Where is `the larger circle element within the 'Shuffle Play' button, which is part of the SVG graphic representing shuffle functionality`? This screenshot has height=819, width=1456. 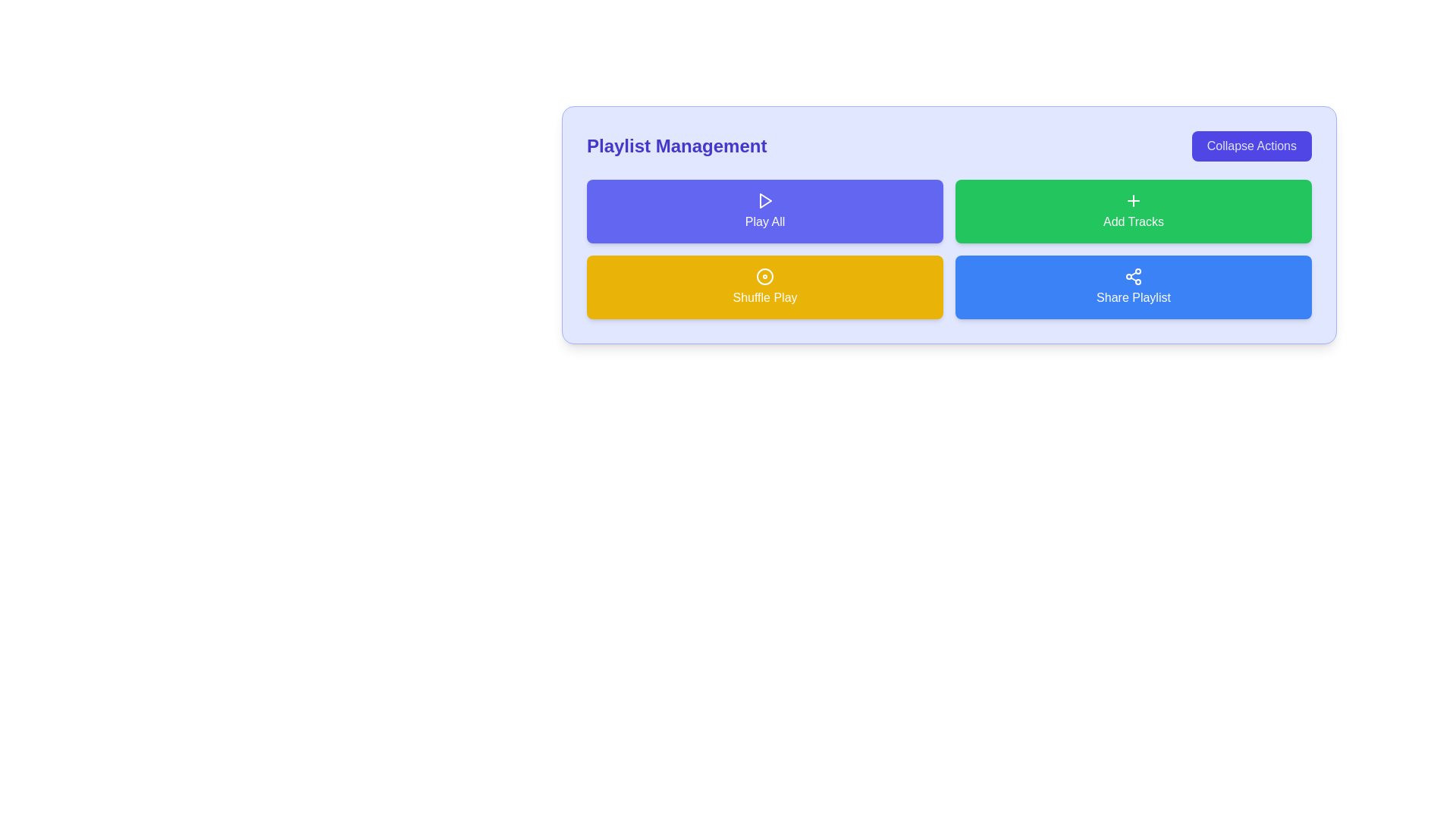 the larger circle element within the 'Shuffle Play' button, which is part of the SVG graphic representing shuffle functionality is located at coordinates (764, 277).